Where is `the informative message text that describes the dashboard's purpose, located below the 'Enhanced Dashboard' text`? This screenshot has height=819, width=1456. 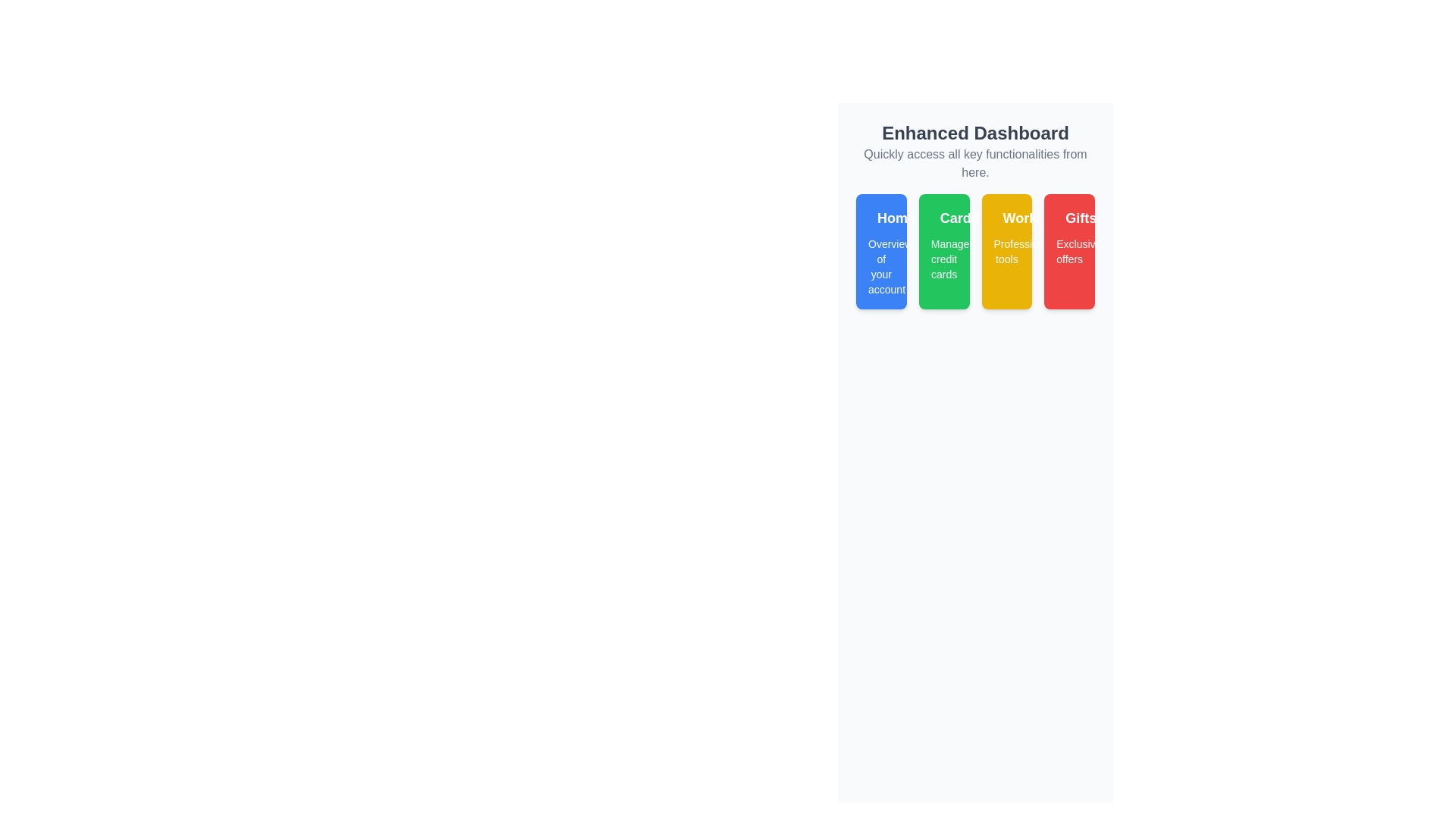 the informative message text that describes the dashboard's purpose, located below the 'Enhanced Dashboard' text is located at coordinates (975, 164).